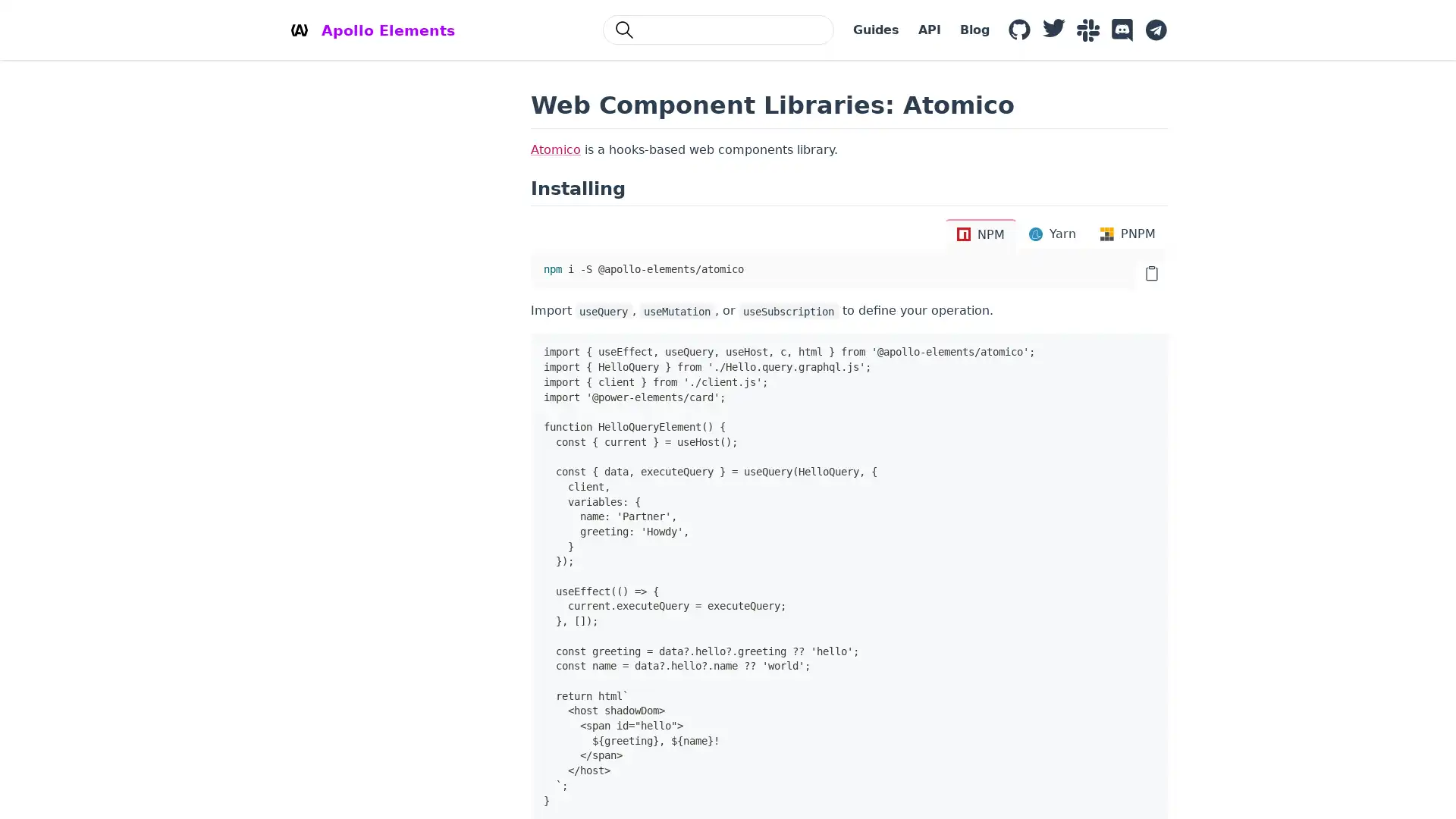 The image size is (1456, 819). What do you see at coordinates (1151, 274) in the screenshot?
I see `copy` at bounding box center [1151, 274].